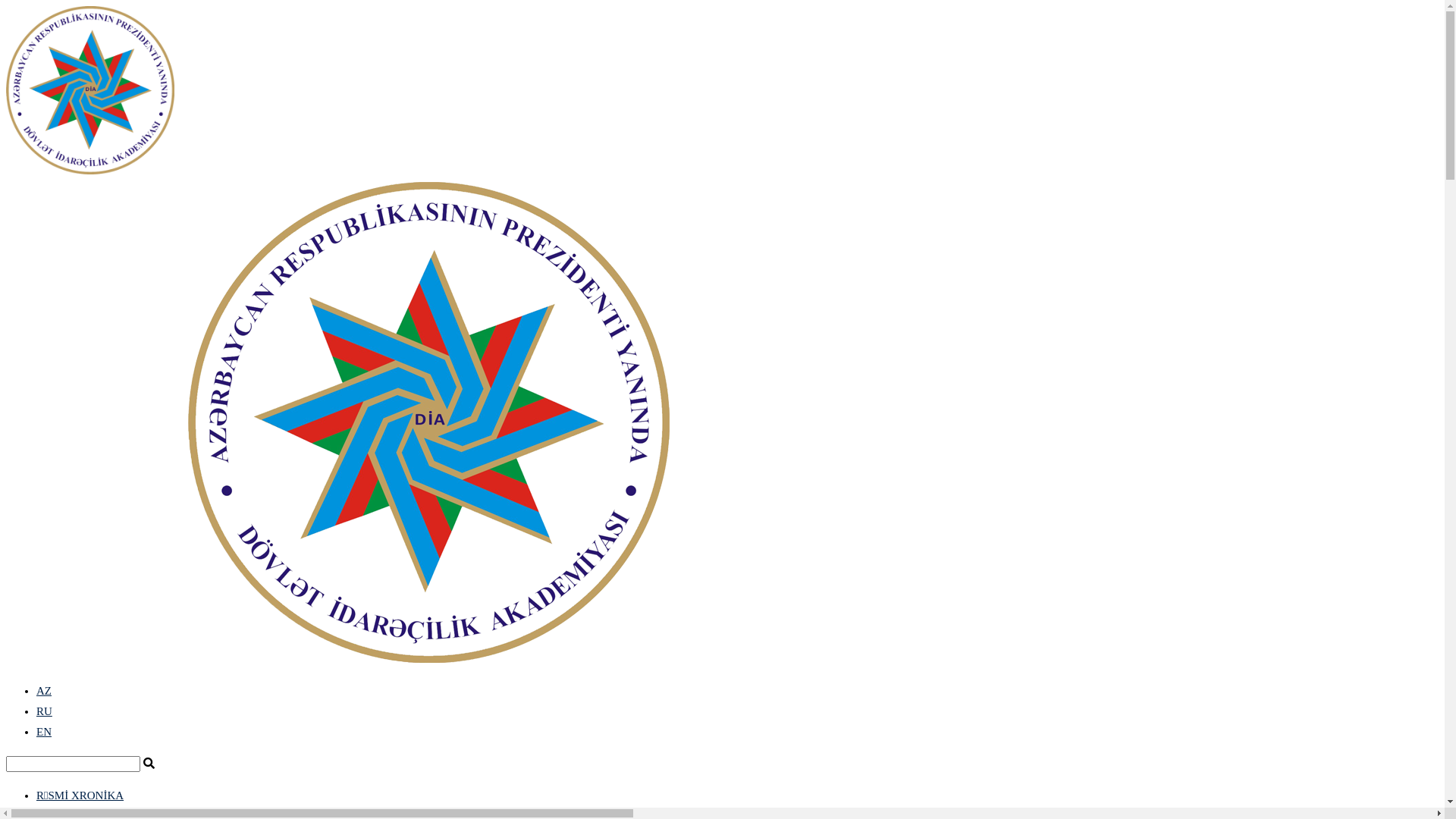 The image size is (1456, 819). What do you see at coordinates (72, 764) in the screenshot?
I see `'Search'` at bounding box center [72, 764].